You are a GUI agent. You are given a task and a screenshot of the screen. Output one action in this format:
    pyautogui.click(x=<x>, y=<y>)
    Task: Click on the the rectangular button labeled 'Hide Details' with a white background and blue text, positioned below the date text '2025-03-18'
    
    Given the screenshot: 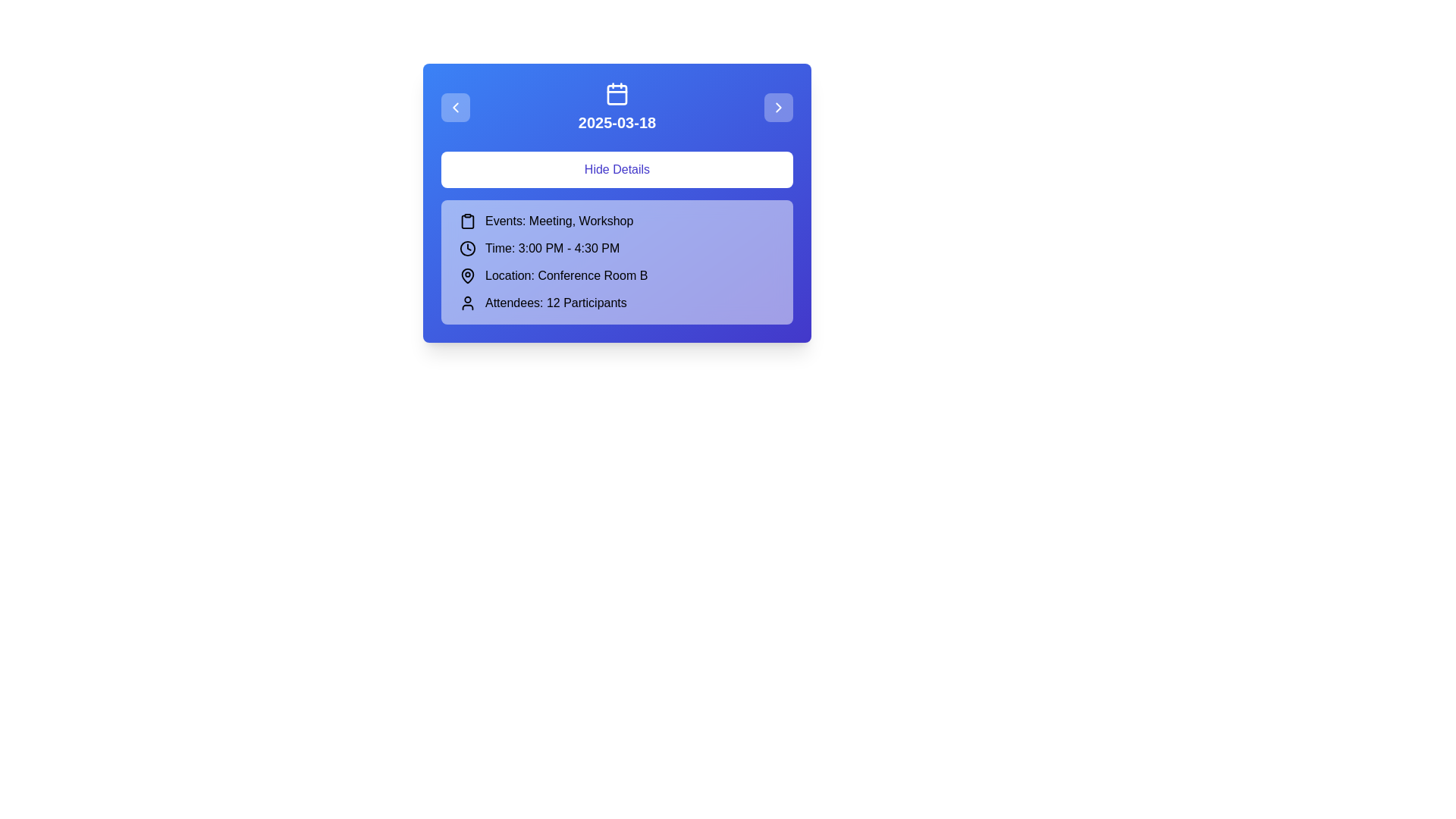 What is the action you would take?
    pyautogui.click(x=617, y=169)
    